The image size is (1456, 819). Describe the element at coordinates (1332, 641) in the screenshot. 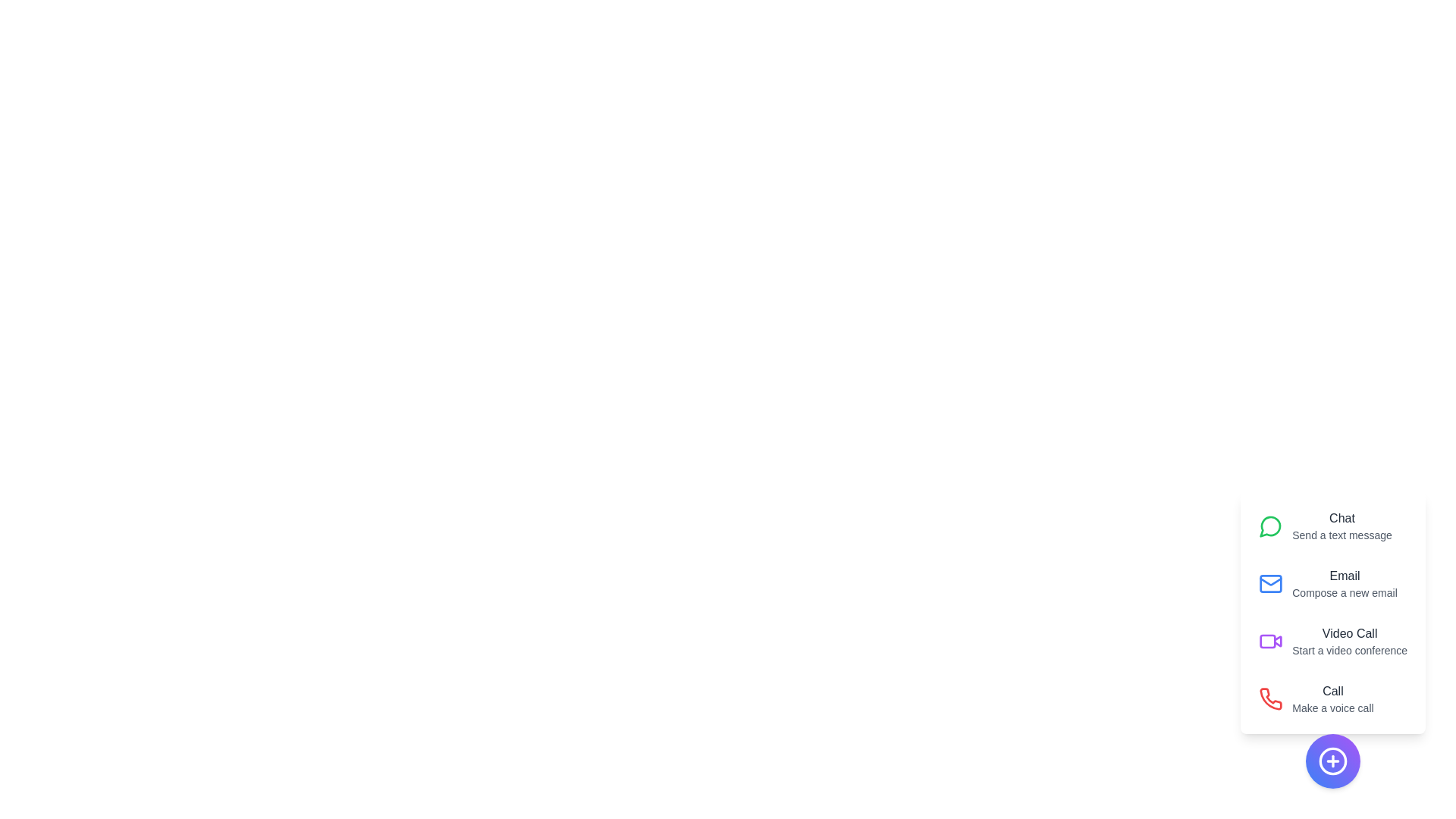

I see `the action labeled Video Call to reveal its description` at that location.